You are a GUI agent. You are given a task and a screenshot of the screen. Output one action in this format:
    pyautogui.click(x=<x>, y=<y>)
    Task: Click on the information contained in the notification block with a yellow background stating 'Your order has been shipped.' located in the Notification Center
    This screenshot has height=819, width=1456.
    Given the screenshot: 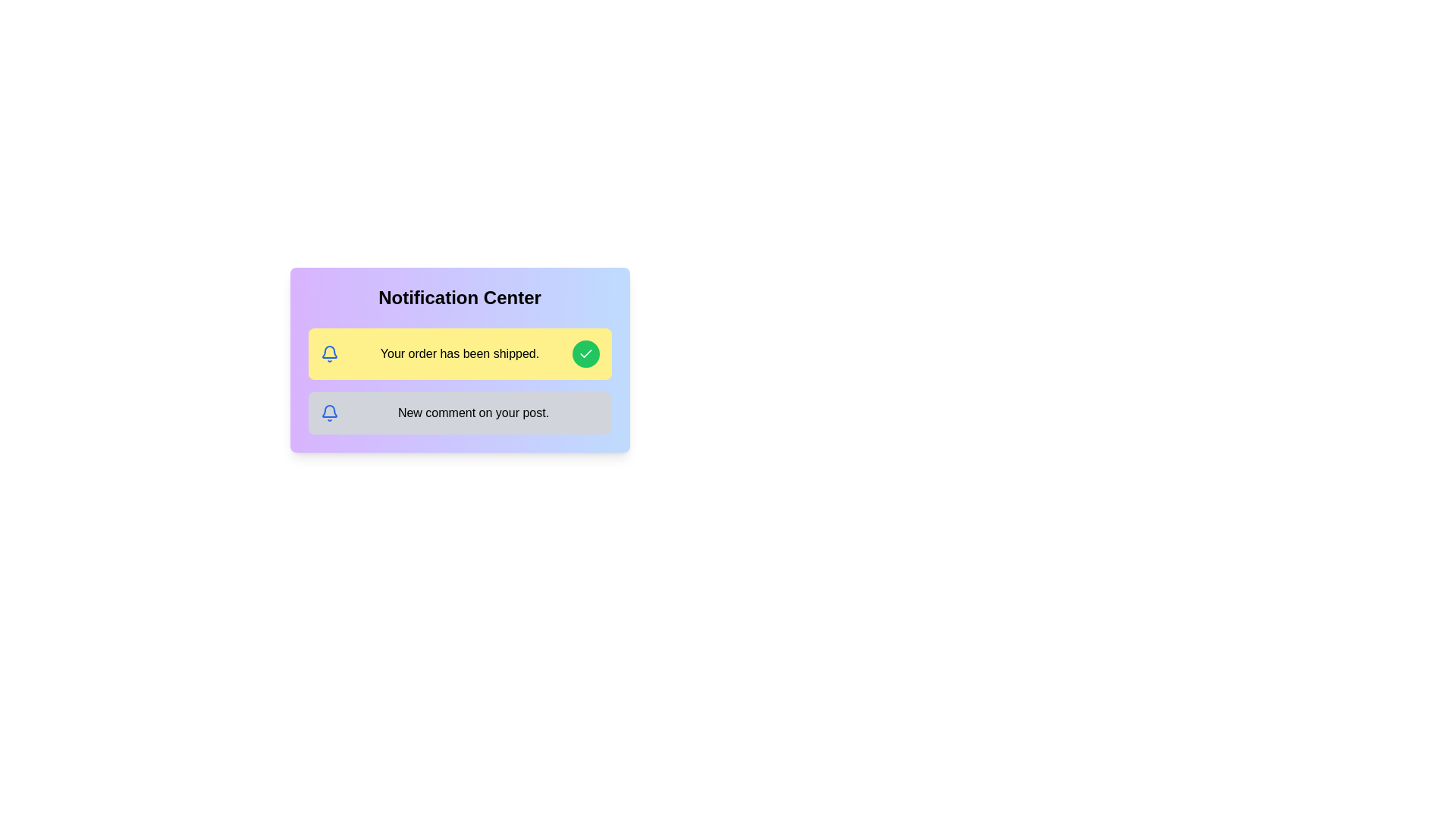 What is the action you would take?
    pyautogui.click(x=459, y=359)
    